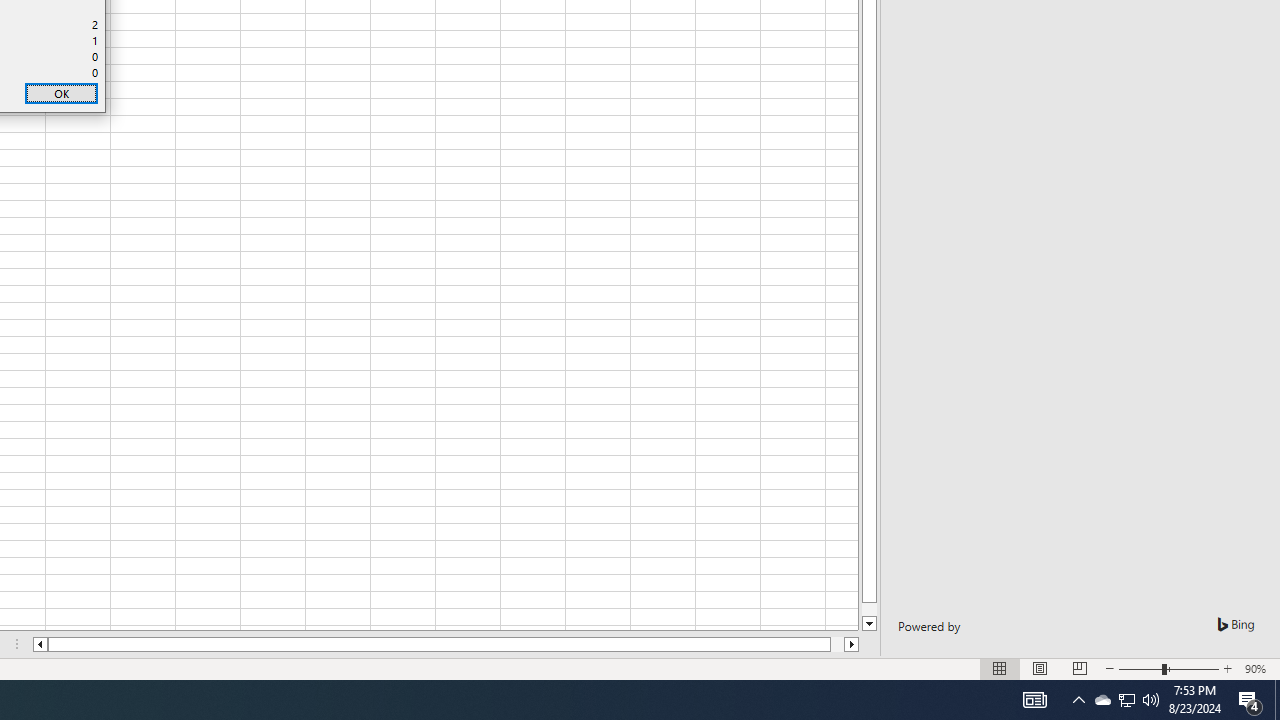 The height and width of the screenshot is (720, 1280). Describe the element at coordinates (61, 93) in the screenshot. I see `'OK'` at that location.